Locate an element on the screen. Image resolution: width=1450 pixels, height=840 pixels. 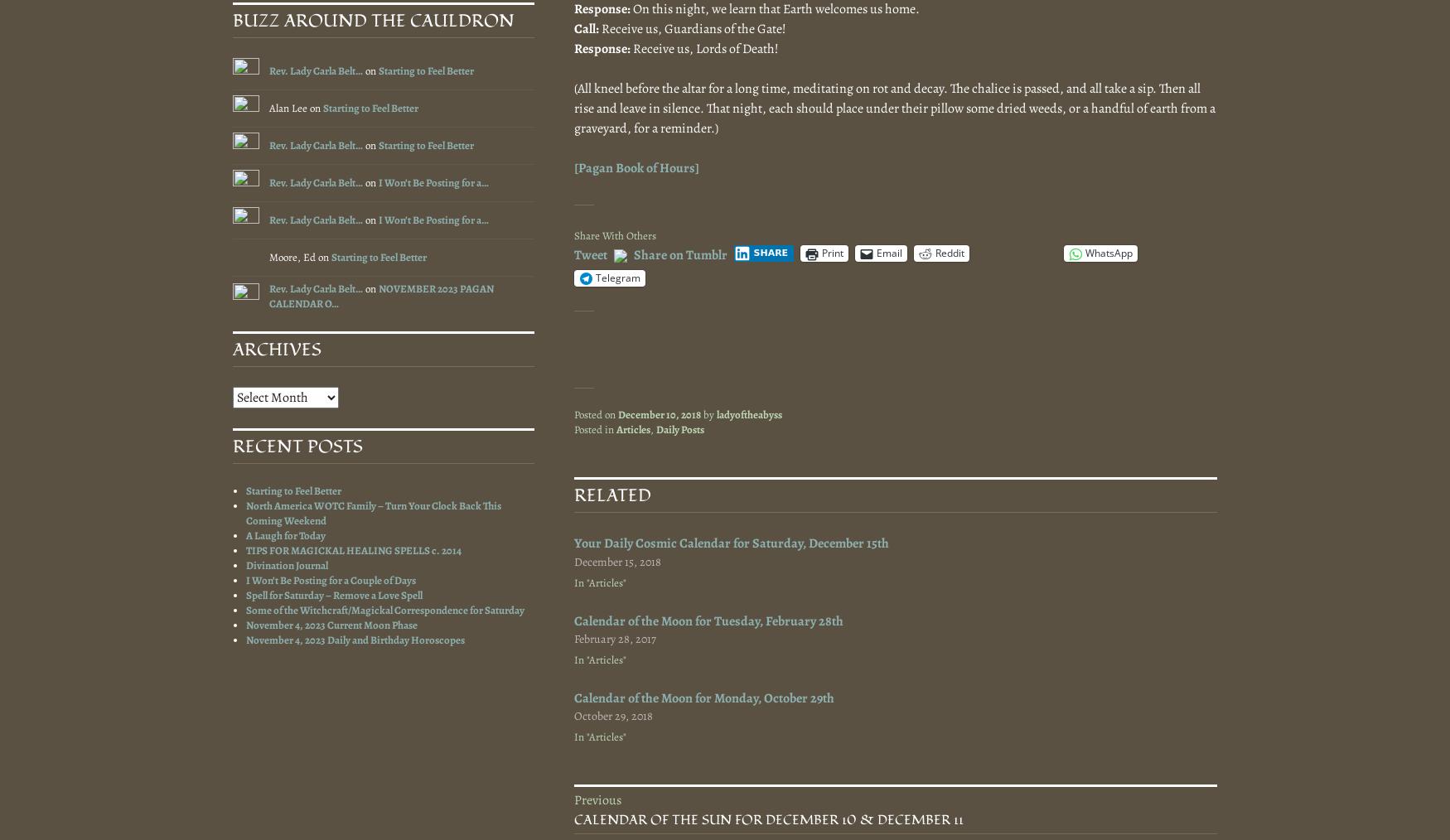
'Share on Tumblr' is located at coordinates (680, 254).